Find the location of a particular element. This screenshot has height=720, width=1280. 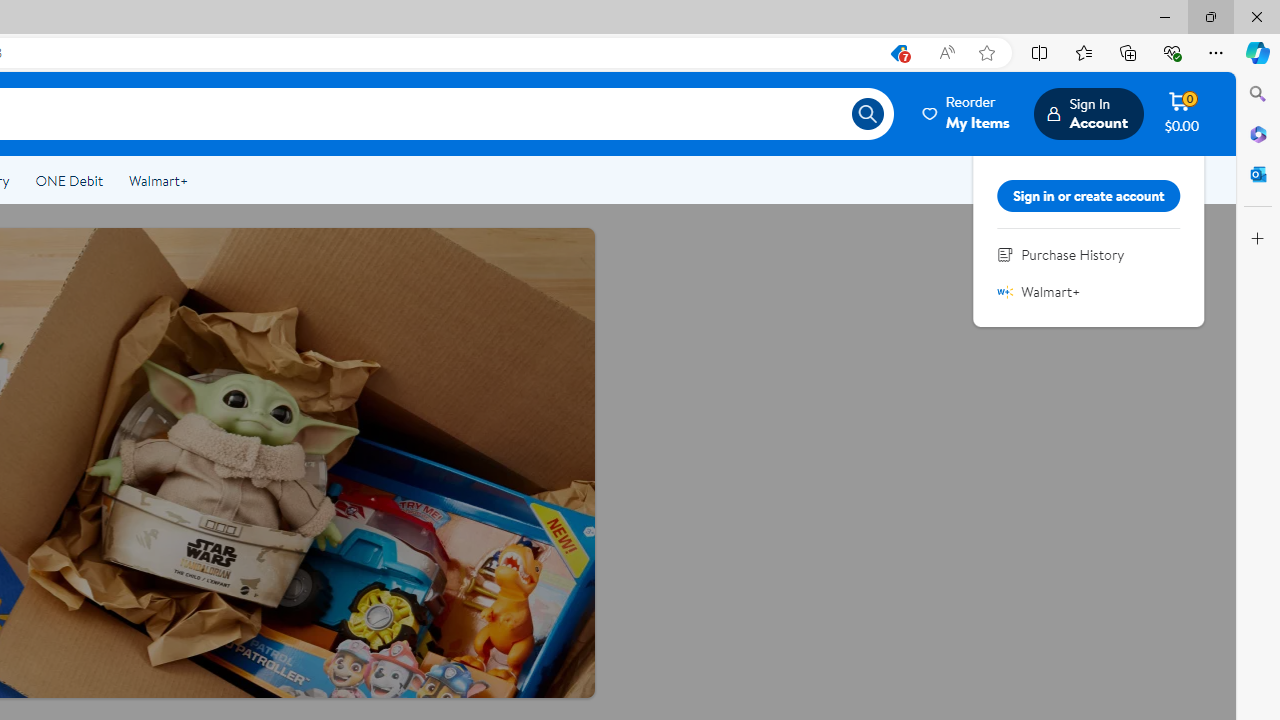

'Reorder My Items' is located at coordinates (967, 113).